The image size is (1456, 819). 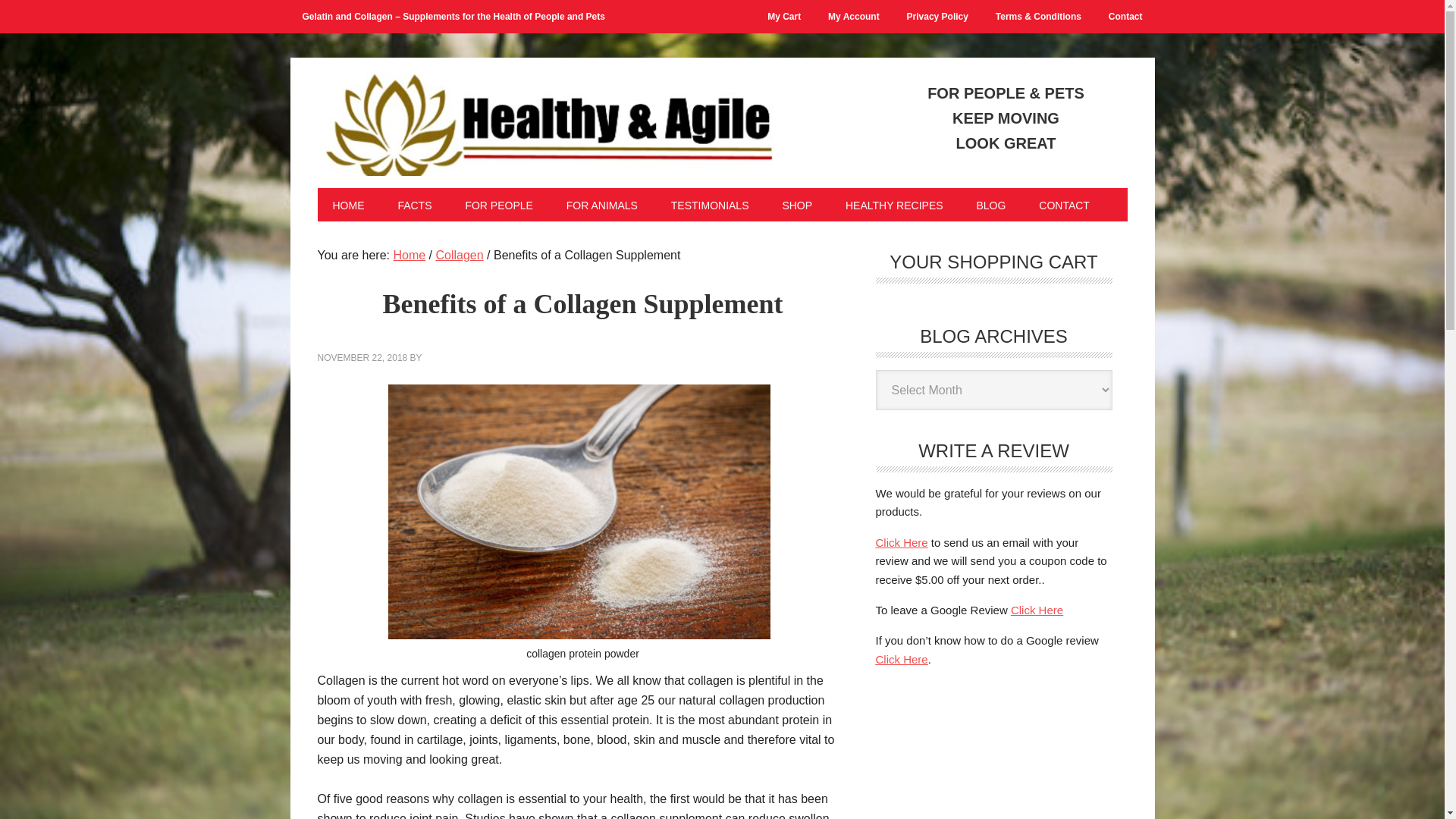 What do you see at coordinates (1037, 17) in the screenshot?
I see `'Terms & Conditions'` at bounding box center [1037, 17].